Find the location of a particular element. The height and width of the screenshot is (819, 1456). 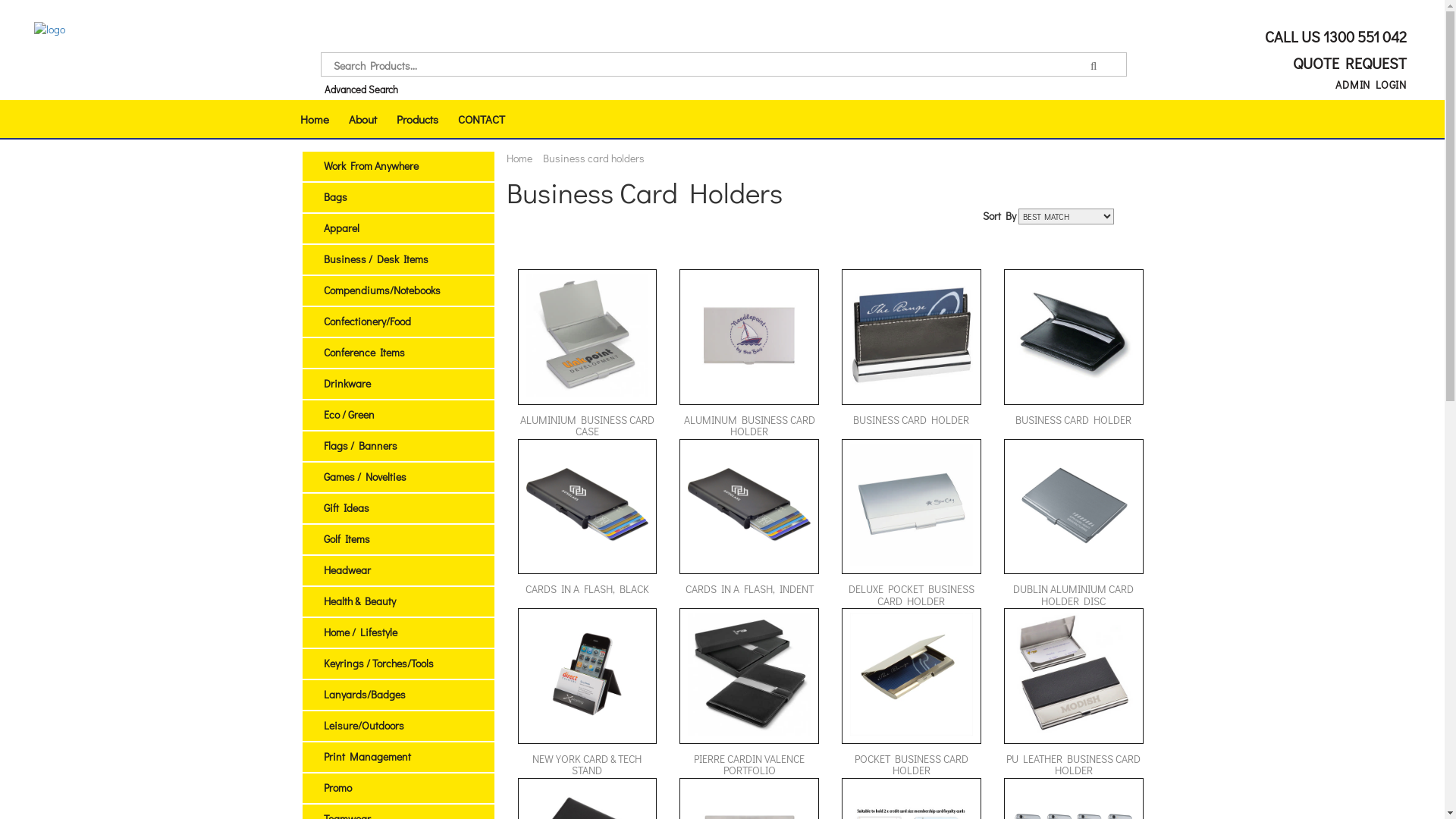

'Gift Ideas' is located at coordinates (345, 507).